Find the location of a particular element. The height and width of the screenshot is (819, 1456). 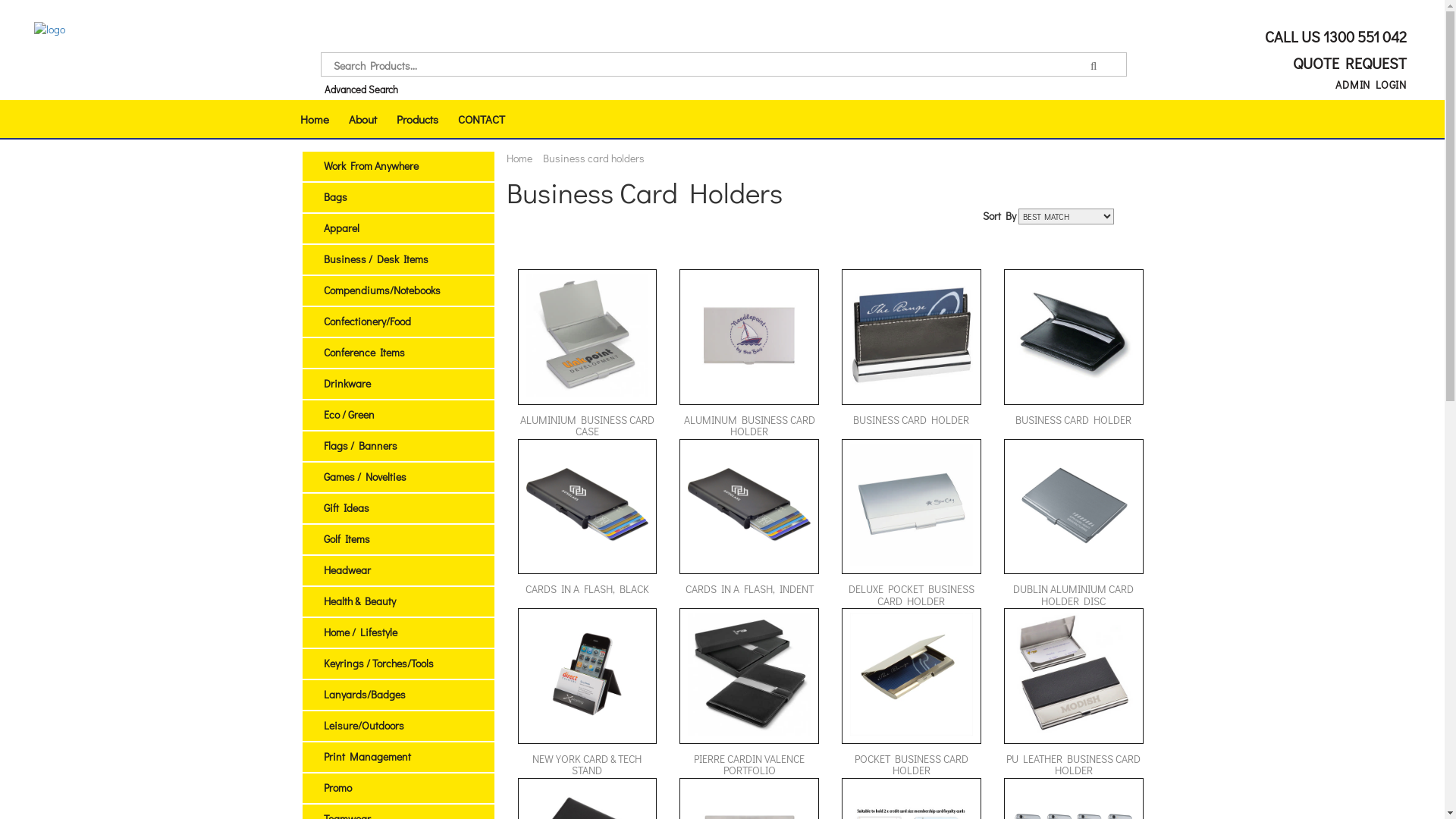

'Gift Ideas' is located at coordinates (345, 507).